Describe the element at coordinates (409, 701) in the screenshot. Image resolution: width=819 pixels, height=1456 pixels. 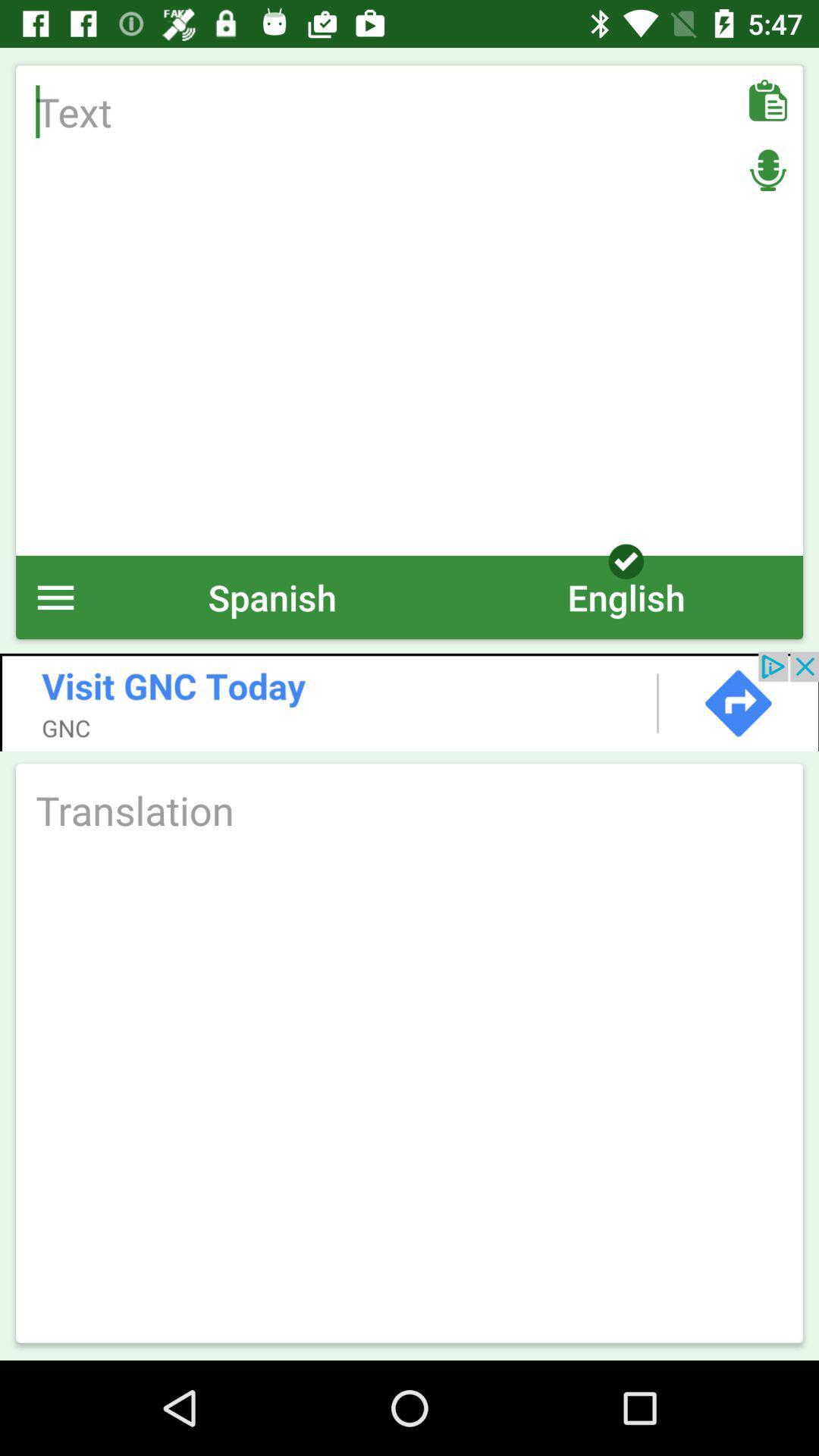
I see `advertisement` at that location.